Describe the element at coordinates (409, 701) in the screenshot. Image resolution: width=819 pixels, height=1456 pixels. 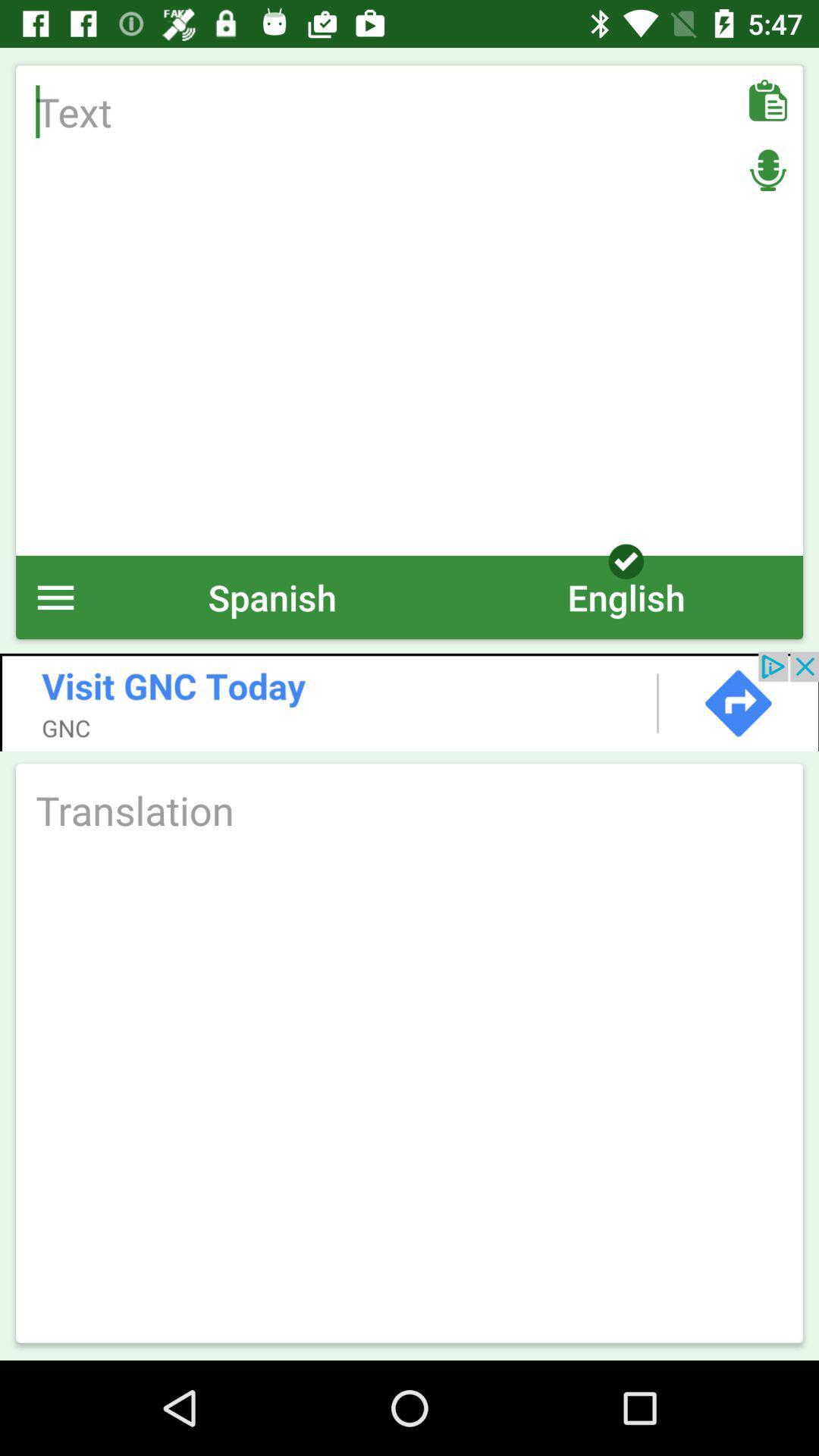
I see `advertisement` at that location.